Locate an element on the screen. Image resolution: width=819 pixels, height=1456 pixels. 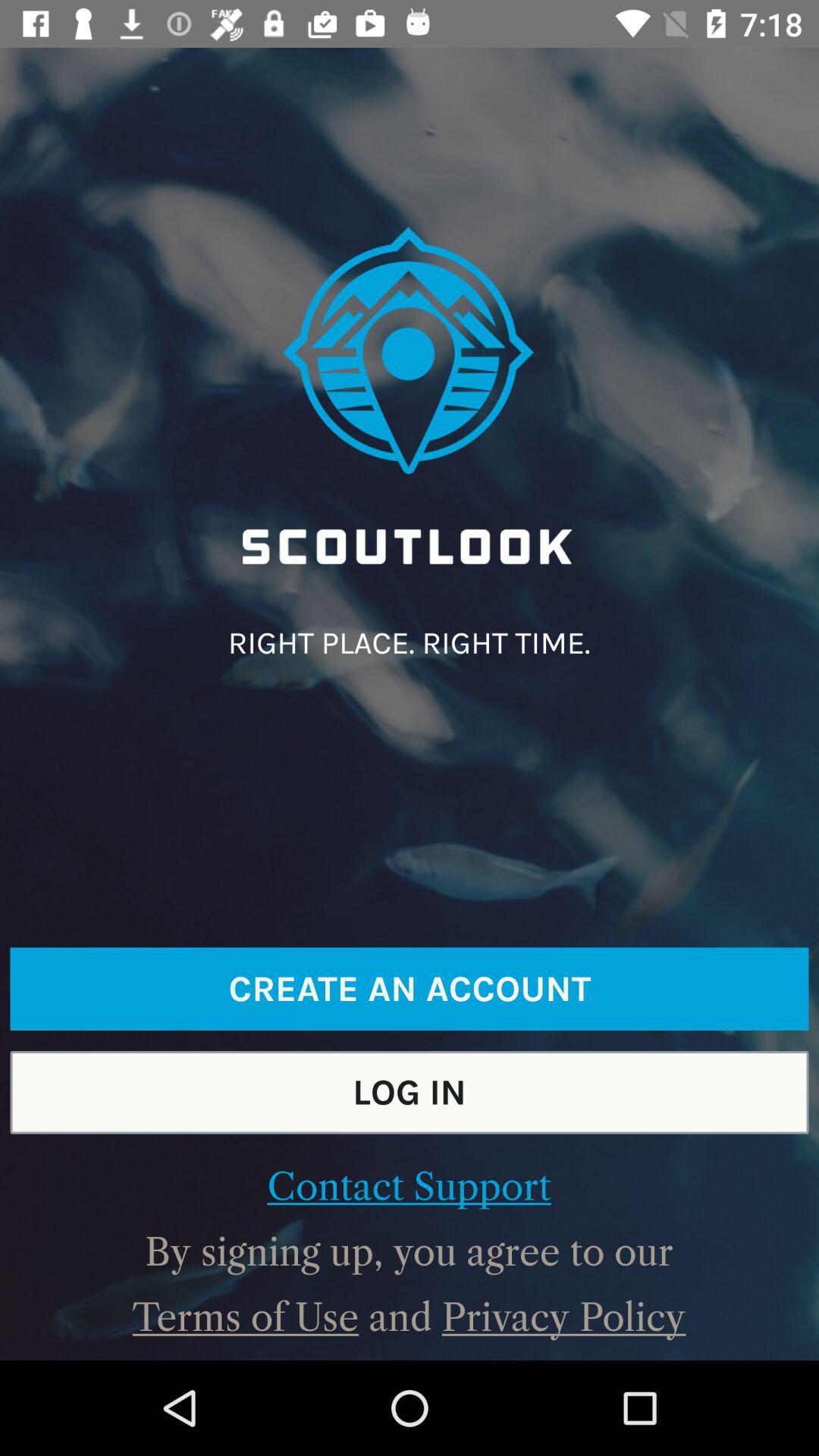
the terms of use icon is located at coordinates (245, 1316).